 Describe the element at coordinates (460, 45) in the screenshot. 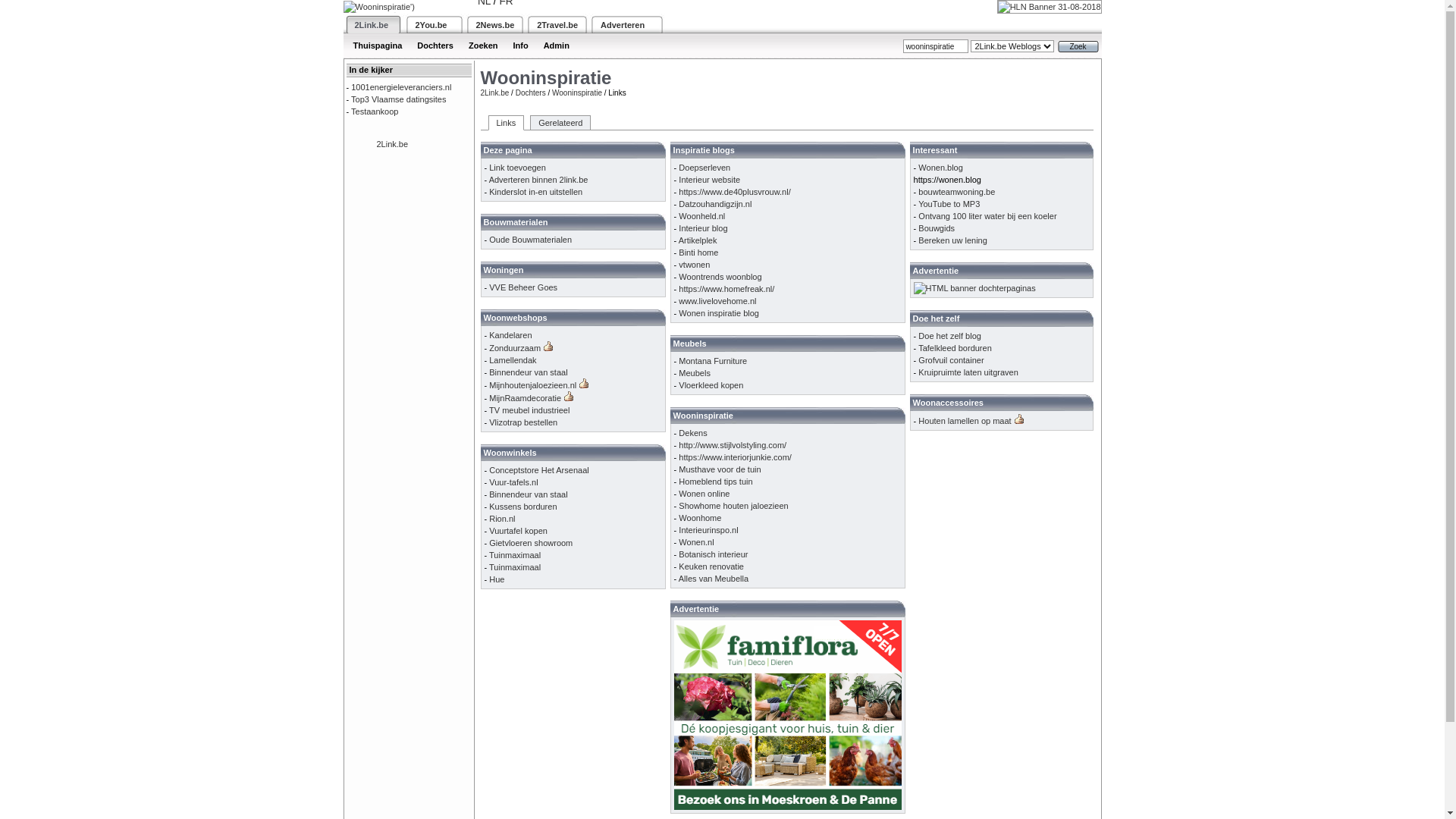

I see `'Zoeken'` at that location.